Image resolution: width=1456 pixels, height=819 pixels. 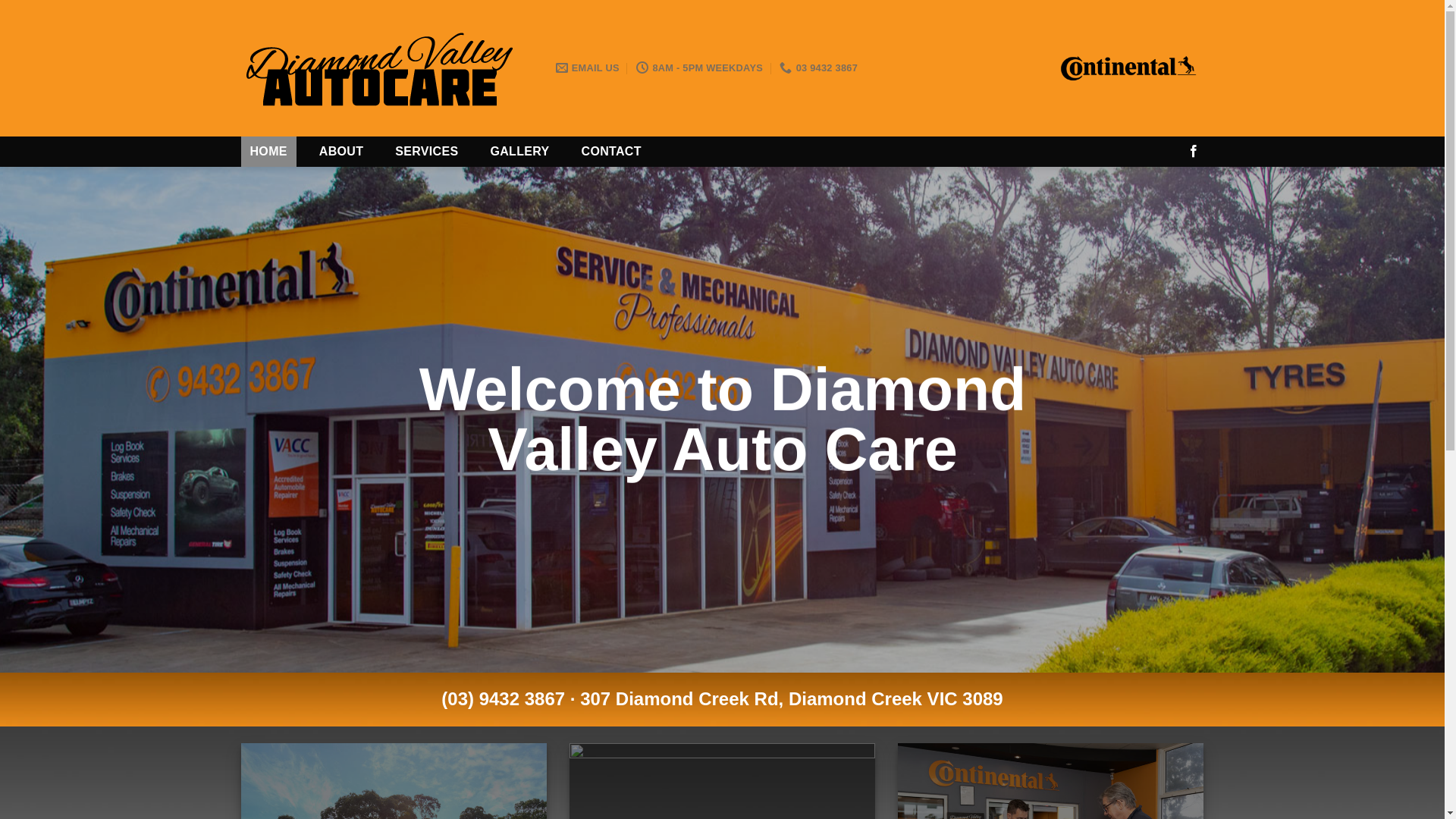 I want to click on 'ABOUT', so click(x=340, y=152).